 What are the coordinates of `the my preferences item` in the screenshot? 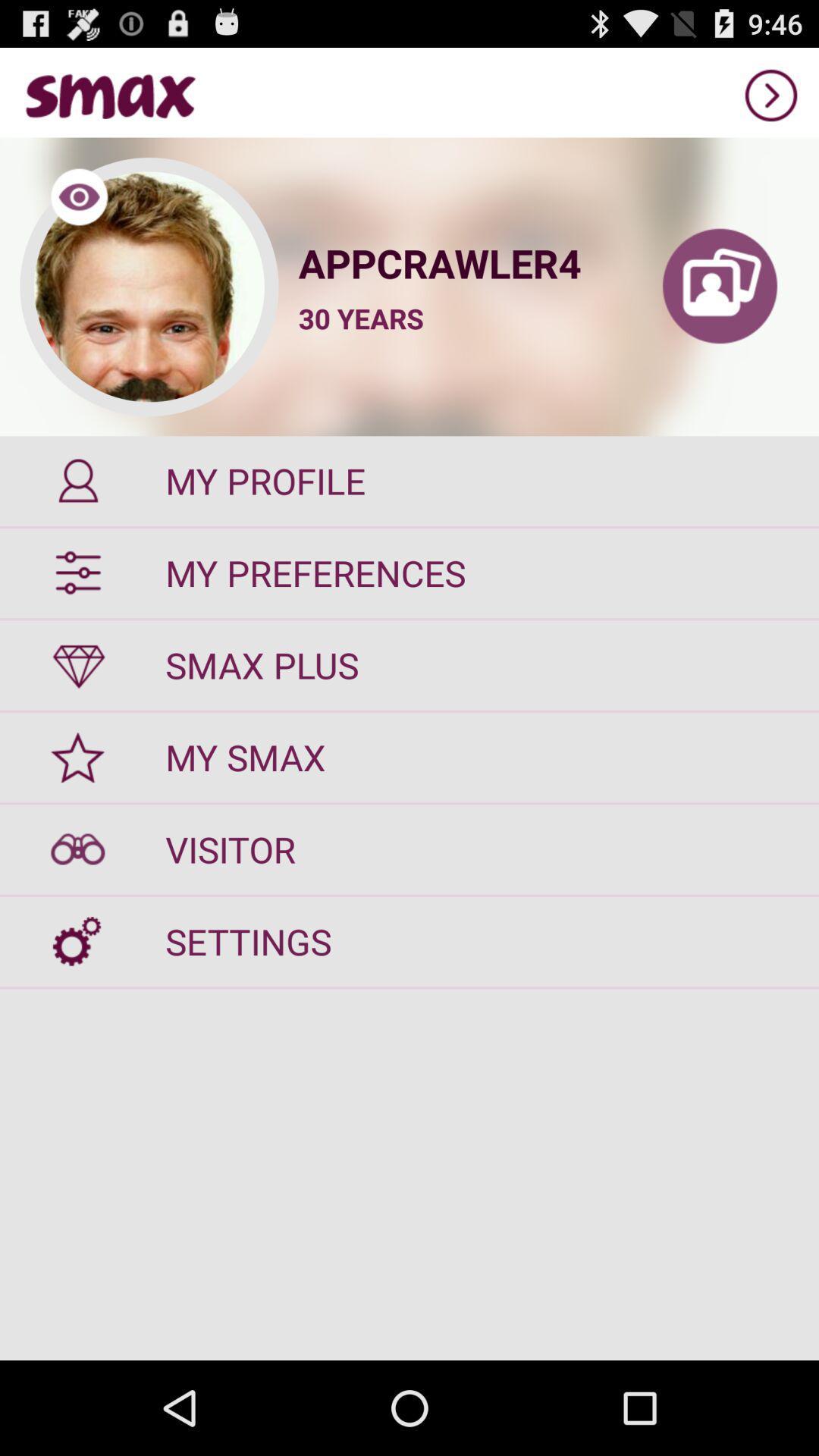 It's located at (409, 572).